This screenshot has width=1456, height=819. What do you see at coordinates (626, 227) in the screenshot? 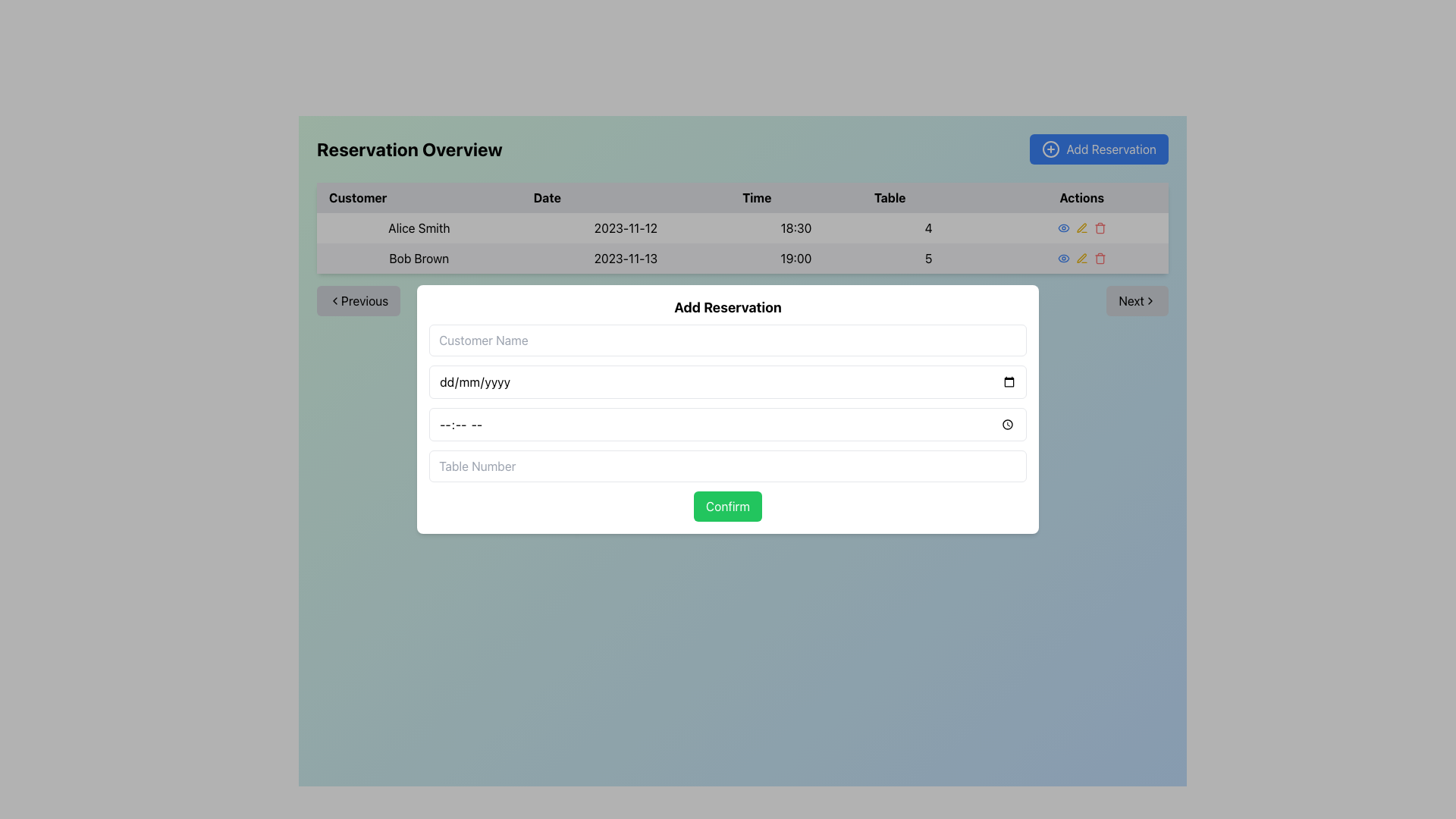
I see `the text element displaying '2023-11-12' located in the second cell of the first data row beneath the 'Date' column in the reservation table` at bounding box center [626, 227].